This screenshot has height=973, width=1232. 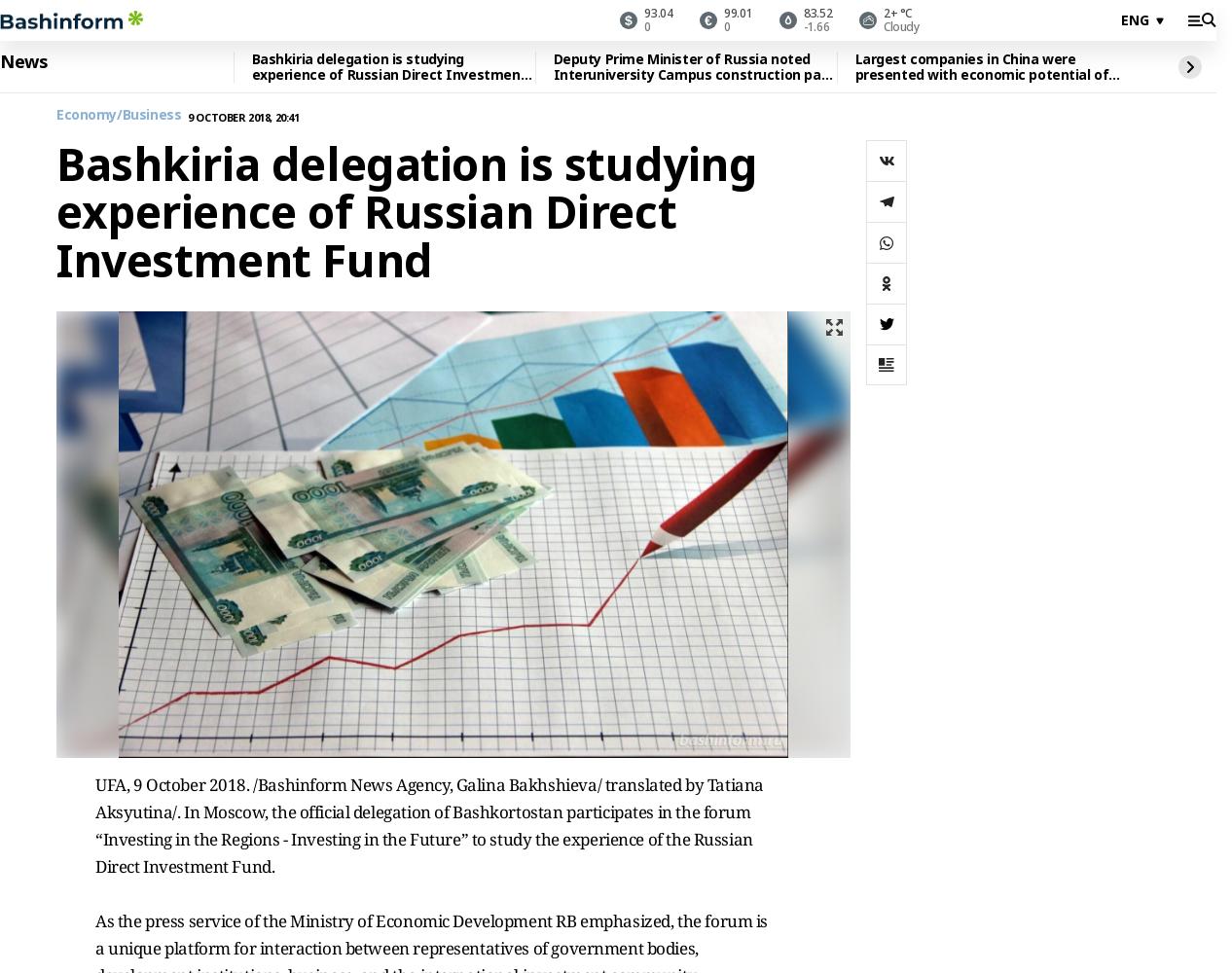 I want to click on 'Largest companies in China were presented with economic potential of Bashkiria', so click(x=852, y=73).